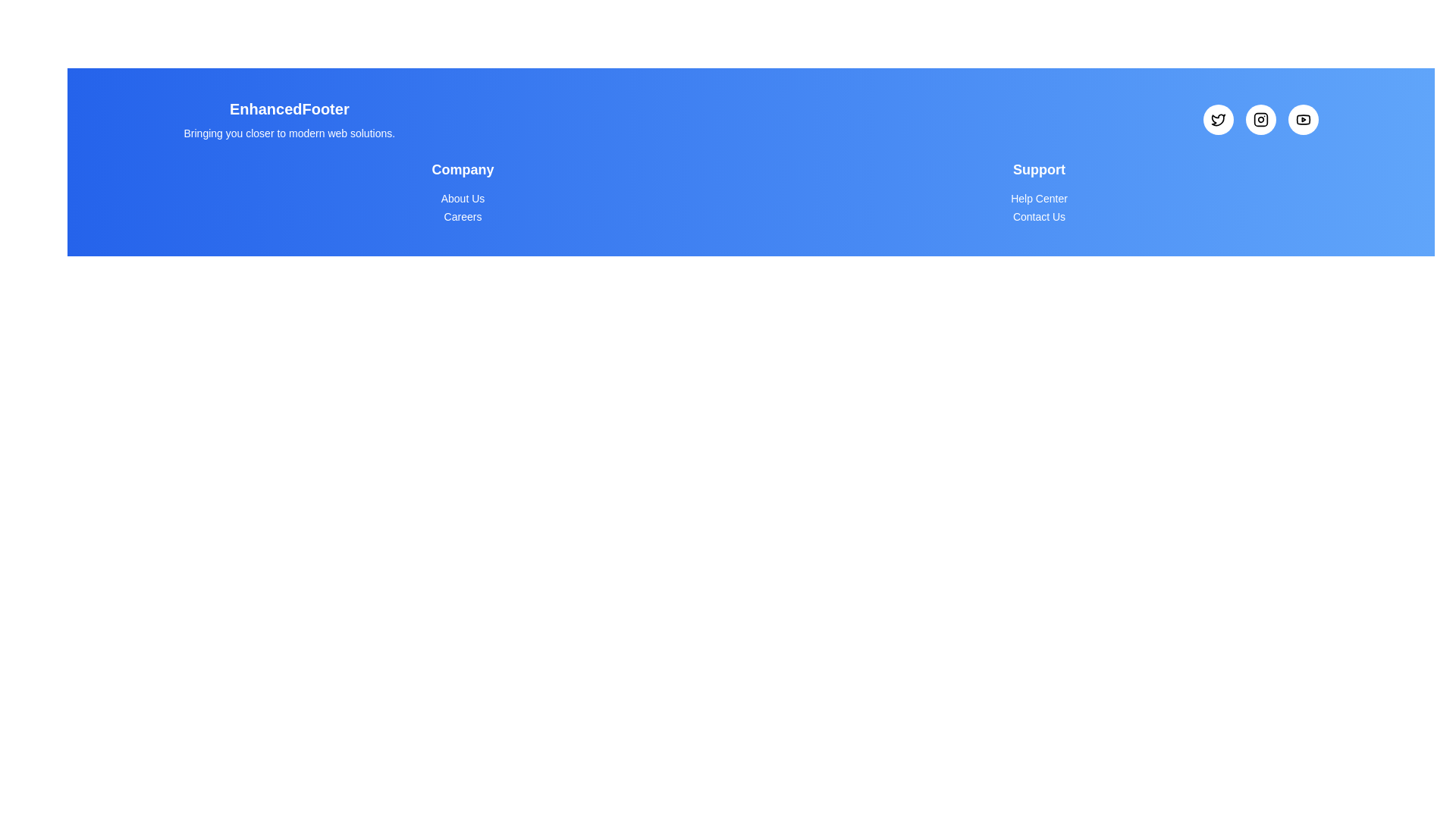  I want to click on the 'Help Center' and 'Contact Us' links in the 'Support' section, so click(1038, 192).